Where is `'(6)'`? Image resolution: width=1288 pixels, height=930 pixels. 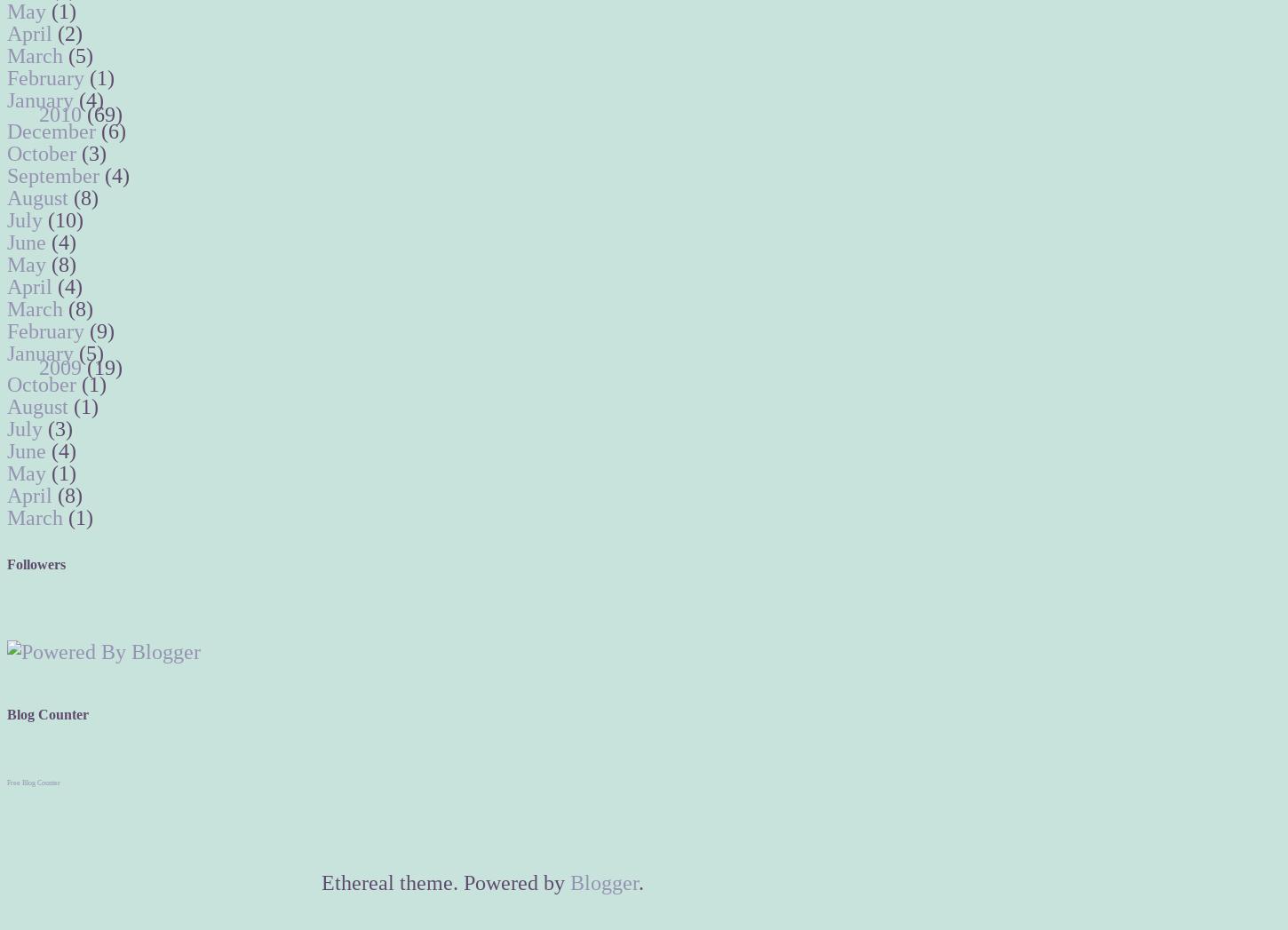 '(6)' is located at coordinates (113, 131).